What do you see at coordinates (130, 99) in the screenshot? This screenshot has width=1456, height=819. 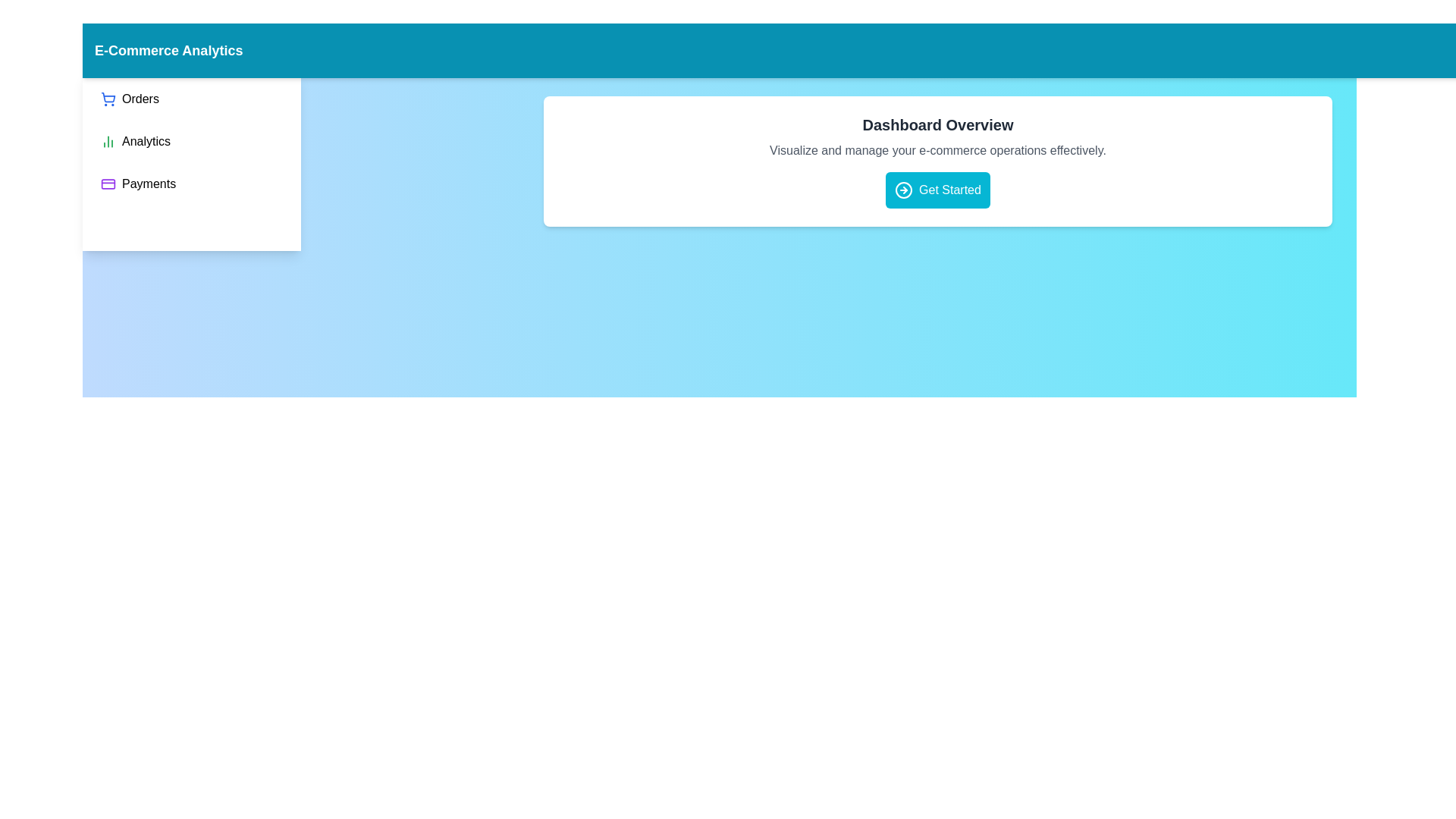 I see `the 'Orders' menu item, which features a blue outlined shopping cart icon and black text, located at the top of the sidebar navigation panel` at bounding box center [130, 99].